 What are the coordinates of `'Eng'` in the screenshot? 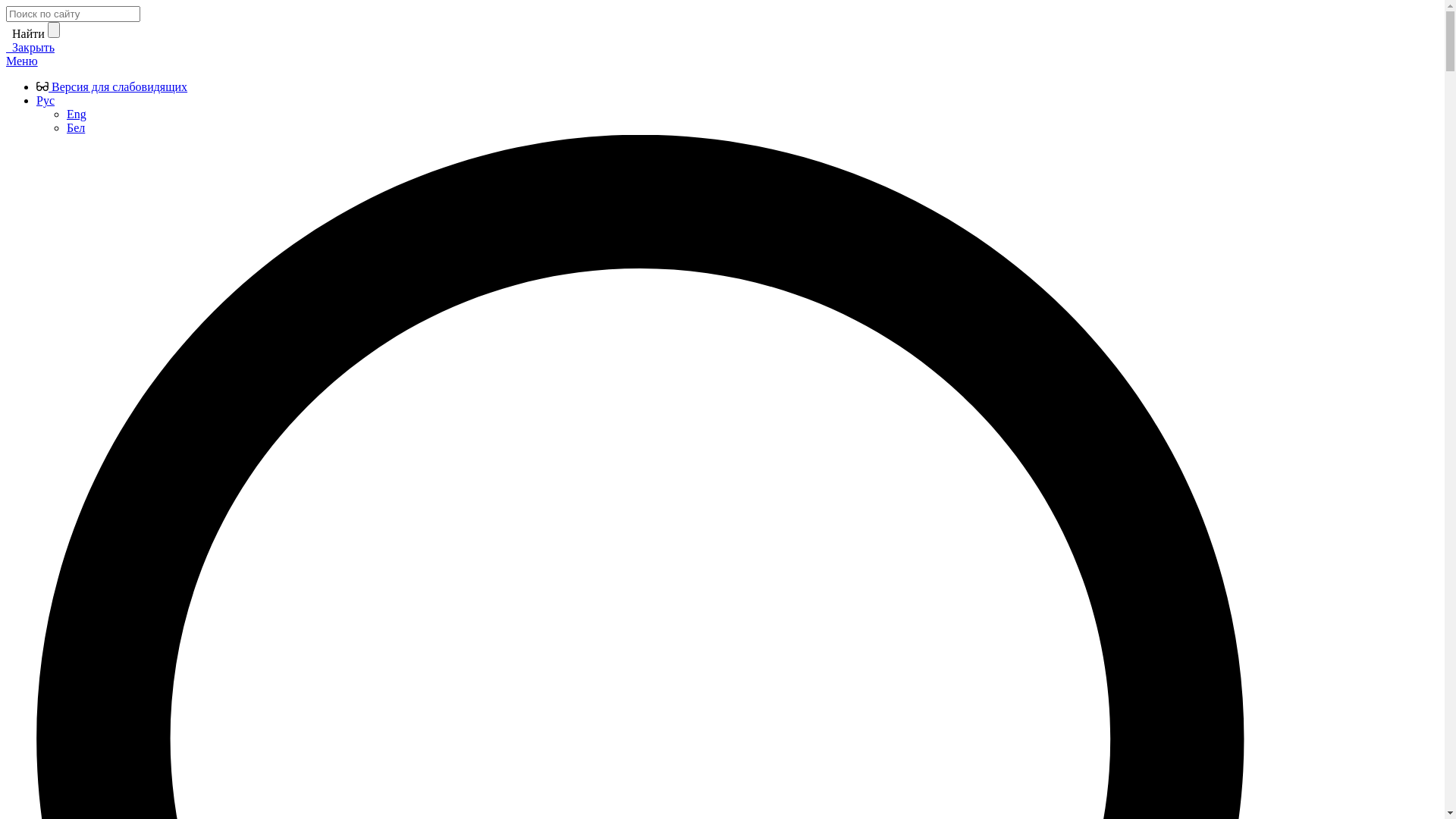 It's located at (65, 113).